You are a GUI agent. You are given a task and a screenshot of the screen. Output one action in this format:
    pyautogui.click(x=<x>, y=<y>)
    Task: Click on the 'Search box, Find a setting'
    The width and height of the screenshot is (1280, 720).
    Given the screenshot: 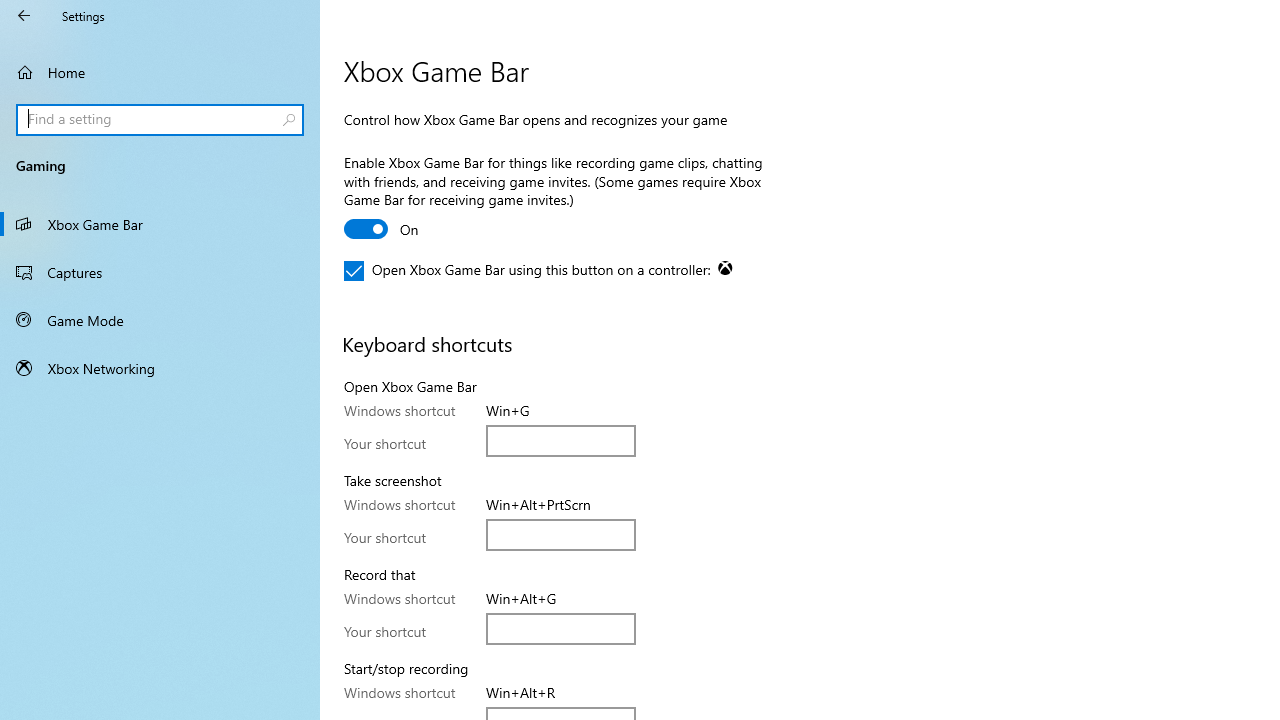 What is the action you would take?
    pyautogui.click(x=160, y=119)
    